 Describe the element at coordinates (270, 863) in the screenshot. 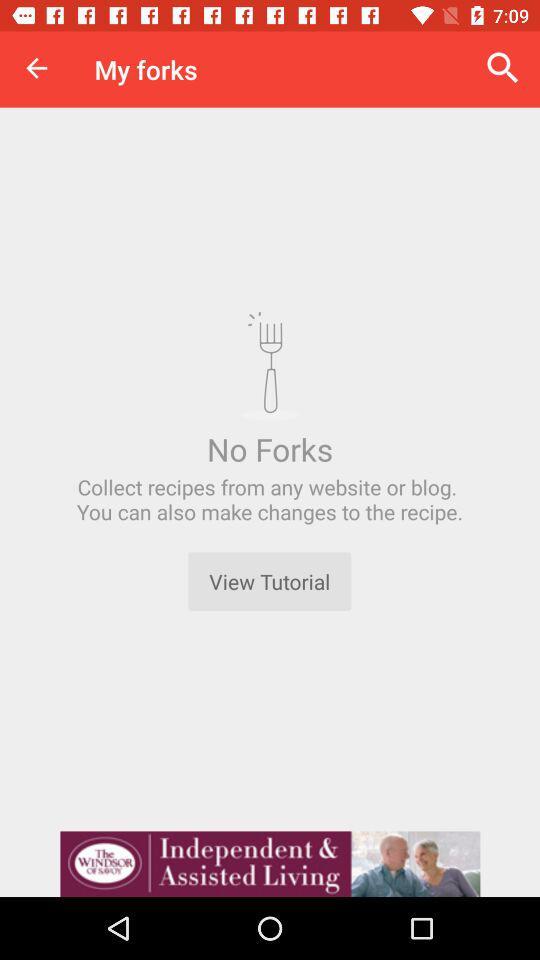

I see `opens the advertisement` at that location.